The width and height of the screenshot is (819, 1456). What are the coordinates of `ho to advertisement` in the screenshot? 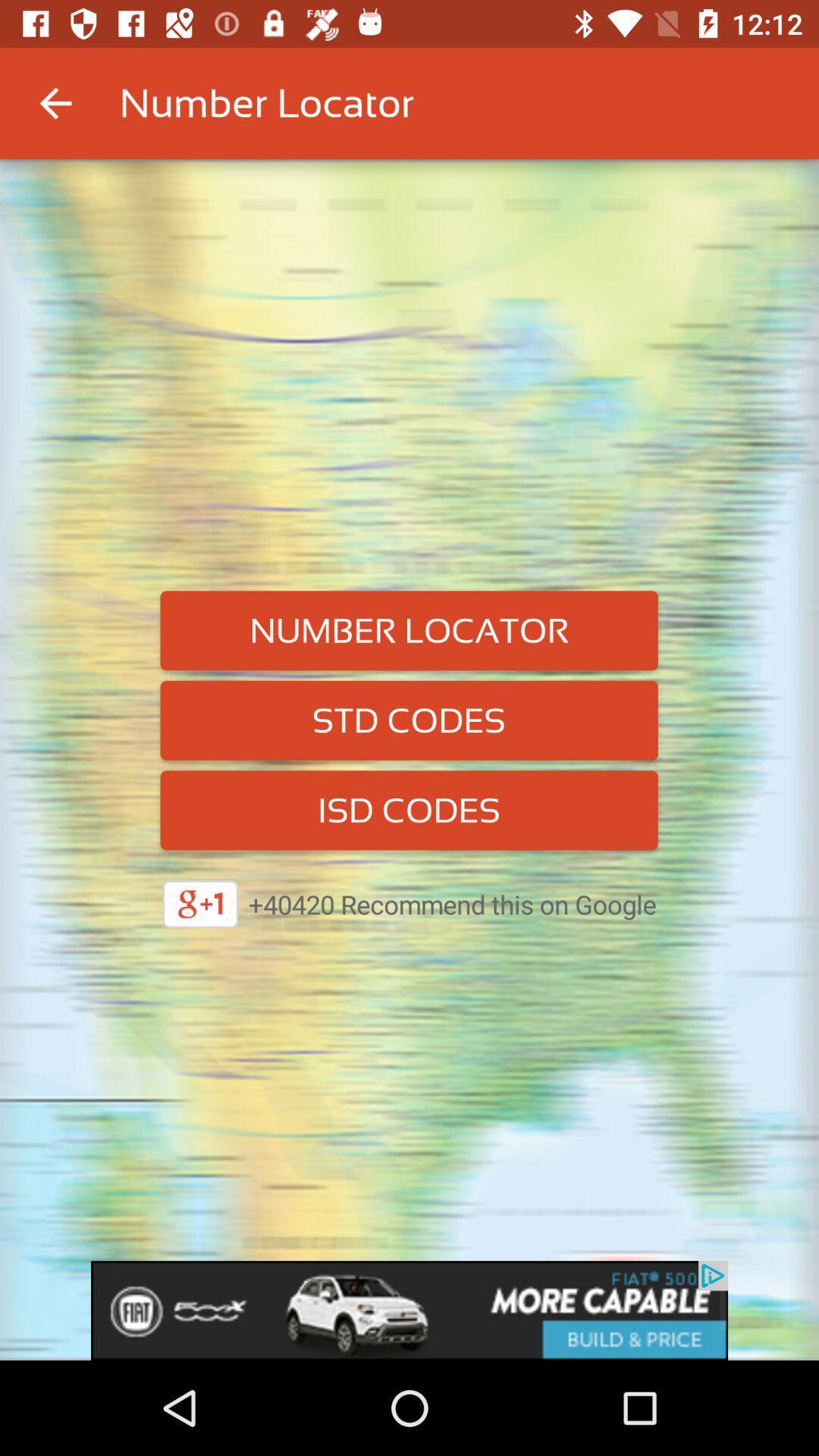 It's located at (409, 1310).